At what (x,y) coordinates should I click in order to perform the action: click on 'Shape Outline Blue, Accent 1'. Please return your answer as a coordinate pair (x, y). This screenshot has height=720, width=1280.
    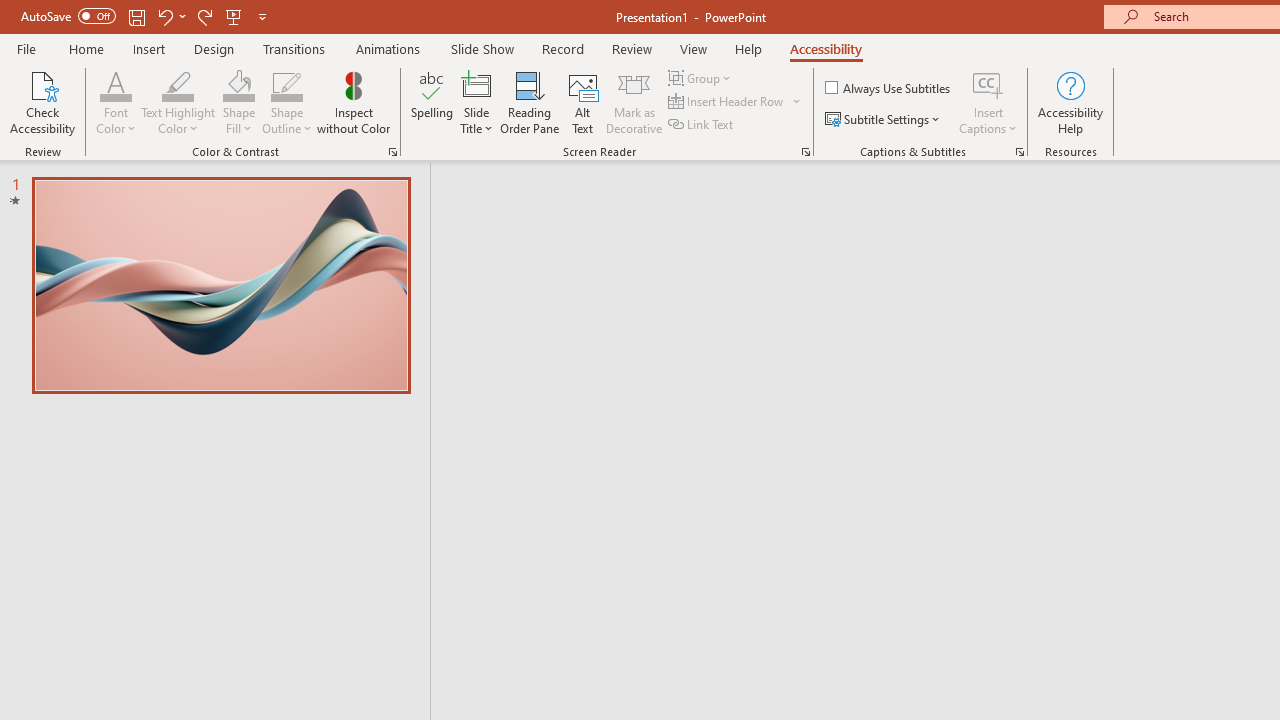
    Looking at the image, I should click on (286, 84).